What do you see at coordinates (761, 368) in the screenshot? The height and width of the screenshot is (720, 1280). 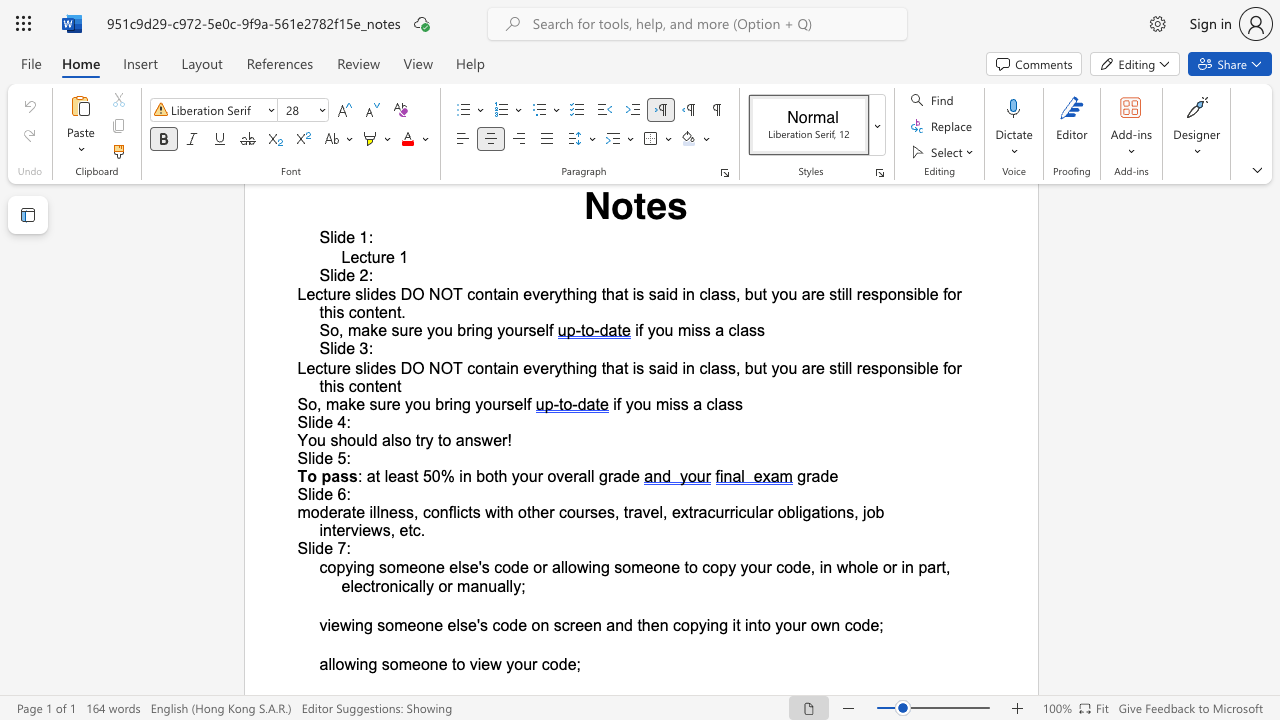 I see `the subset text "t you are still responsible for th" within the text "everything that is said in class, but you are still responsible for this content"` at bounding box center [761, 368].